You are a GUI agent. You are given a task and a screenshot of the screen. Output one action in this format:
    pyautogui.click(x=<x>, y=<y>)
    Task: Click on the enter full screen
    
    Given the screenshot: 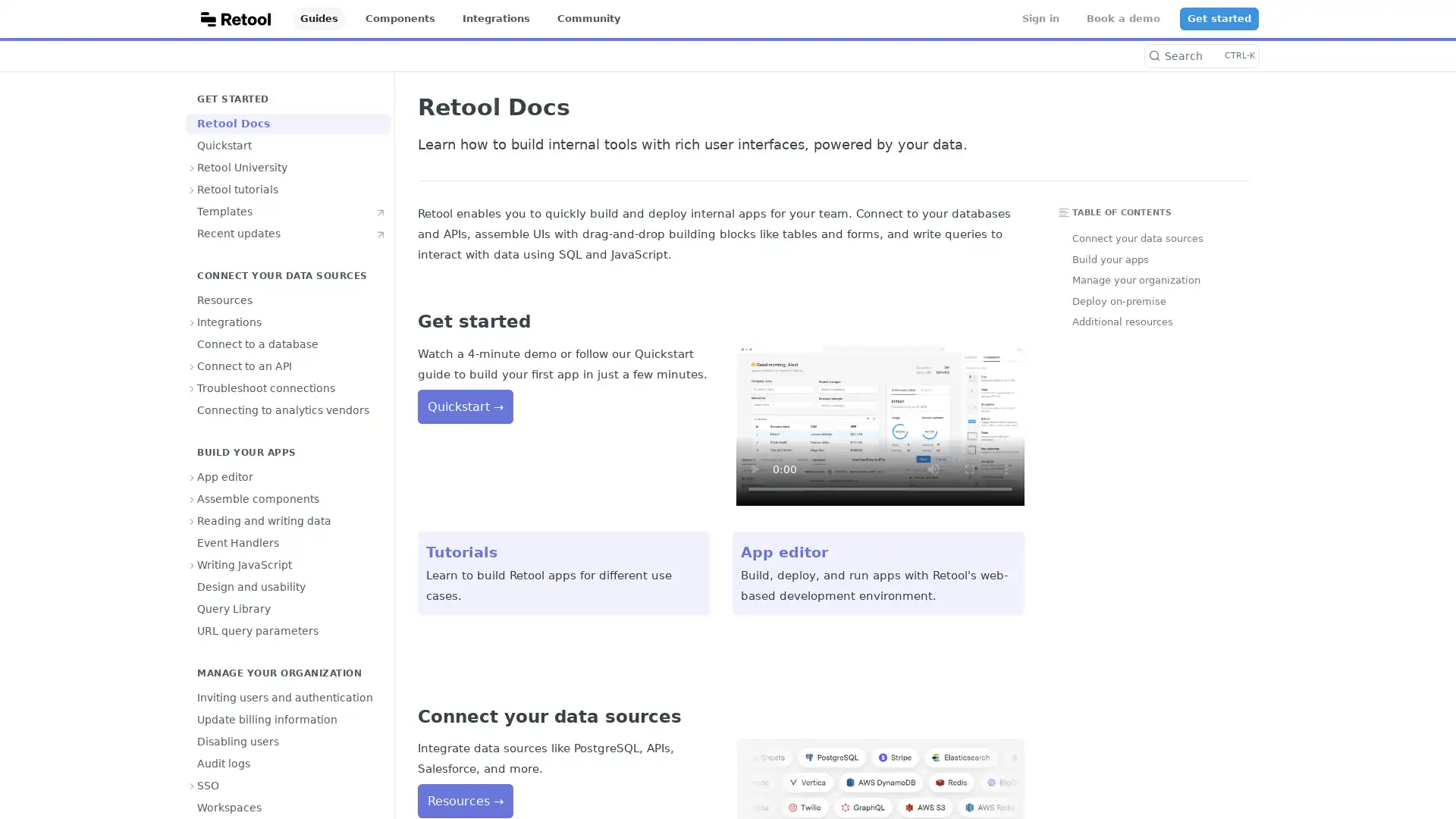 What is the action you would take?
    pyautogui.click(x=968, y=468)
    